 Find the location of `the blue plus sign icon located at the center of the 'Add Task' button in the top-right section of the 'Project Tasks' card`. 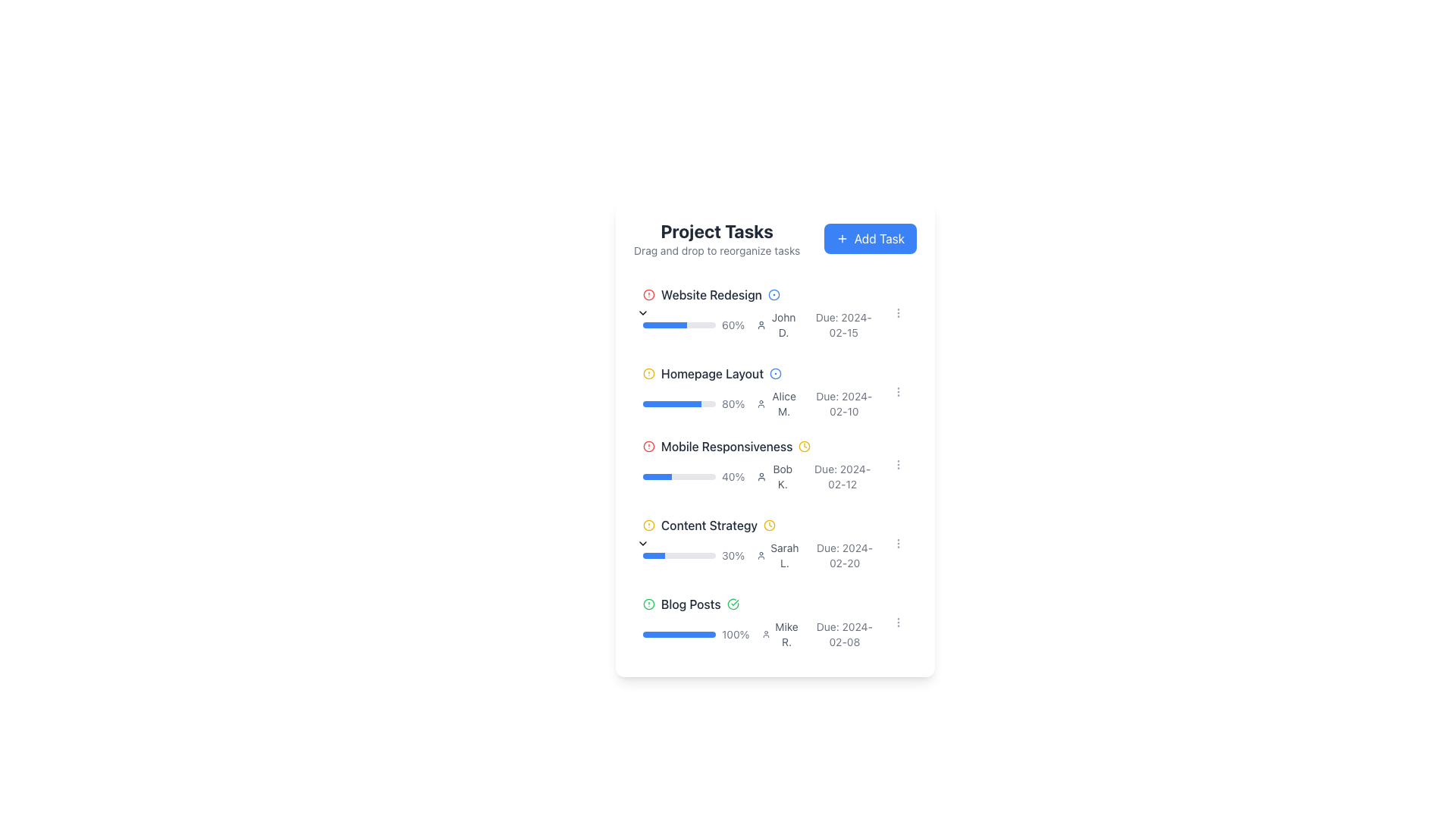

the blue plus sign icon located at the center of the 'Add Task' button in the top-right section of the 'Project Tasks' card is located at coordinates (841, 239).